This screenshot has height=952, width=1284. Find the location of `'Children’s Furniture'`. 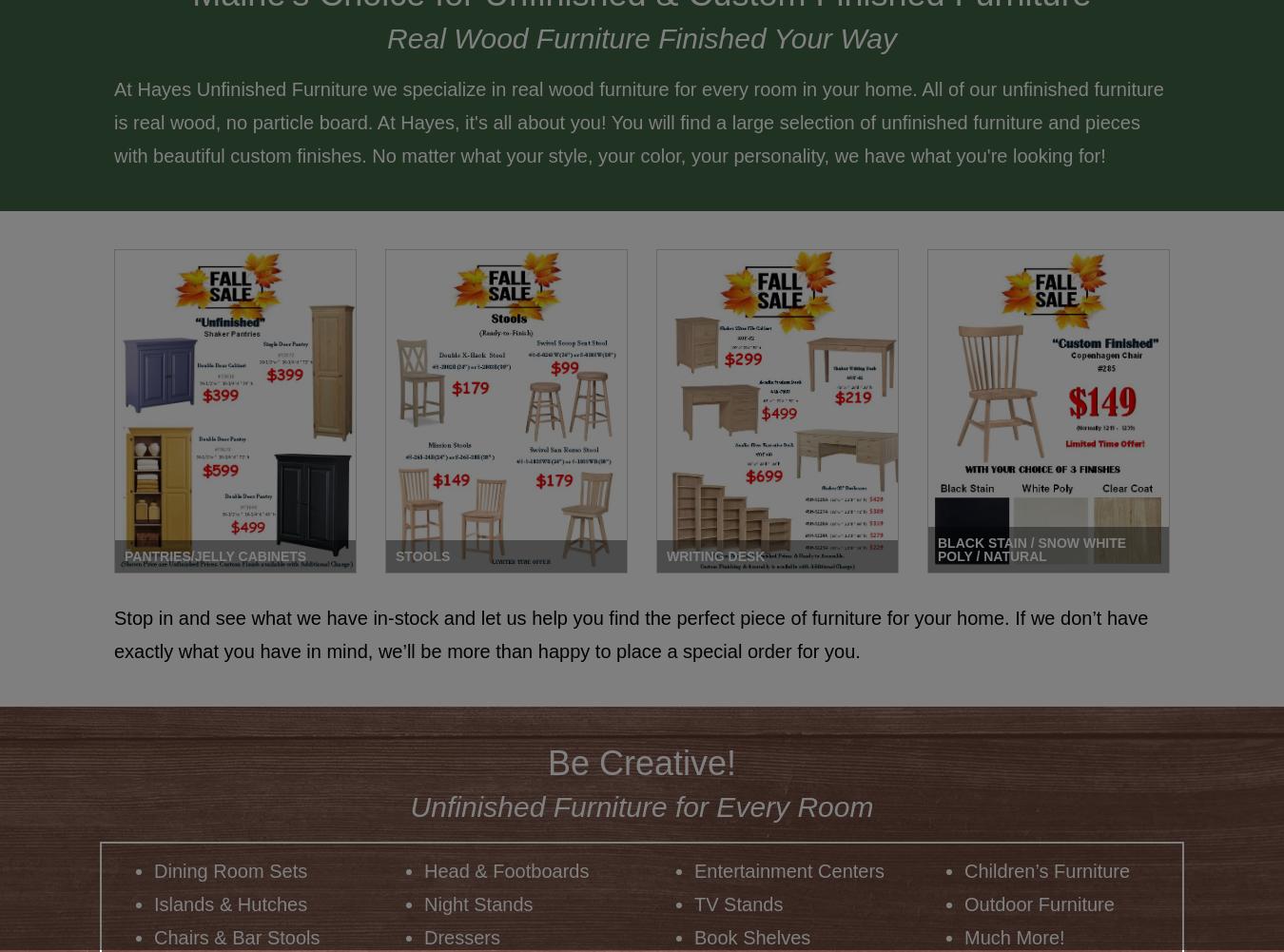

'Children’s Furniture' is located at coordinates (1047, 871).